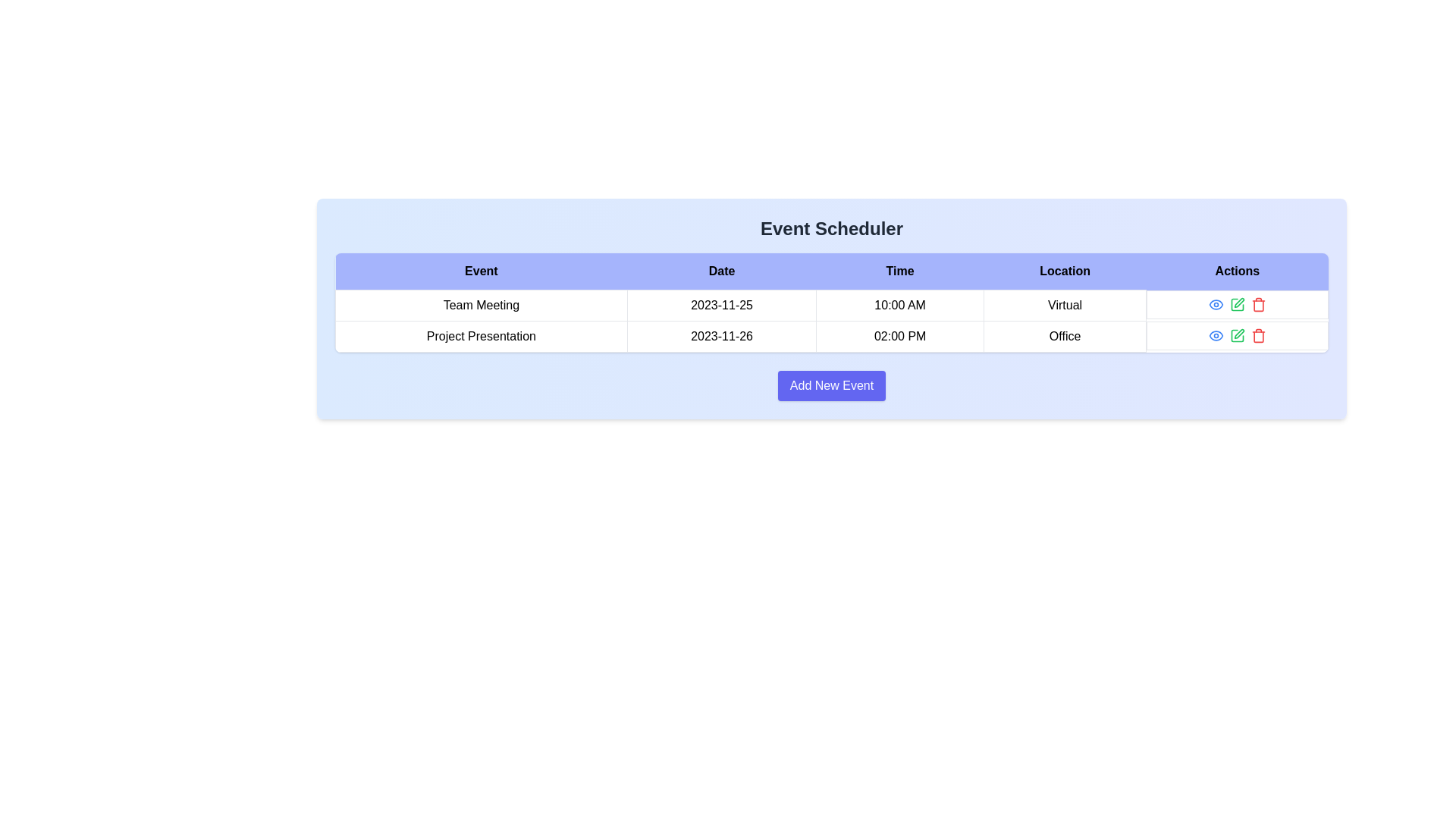  Describe the element at coordinates (480, 271) in the screenshot. I see `the 'Event' text label, which is the first column header of the table indicating that the entries below pertain to events` at that location.